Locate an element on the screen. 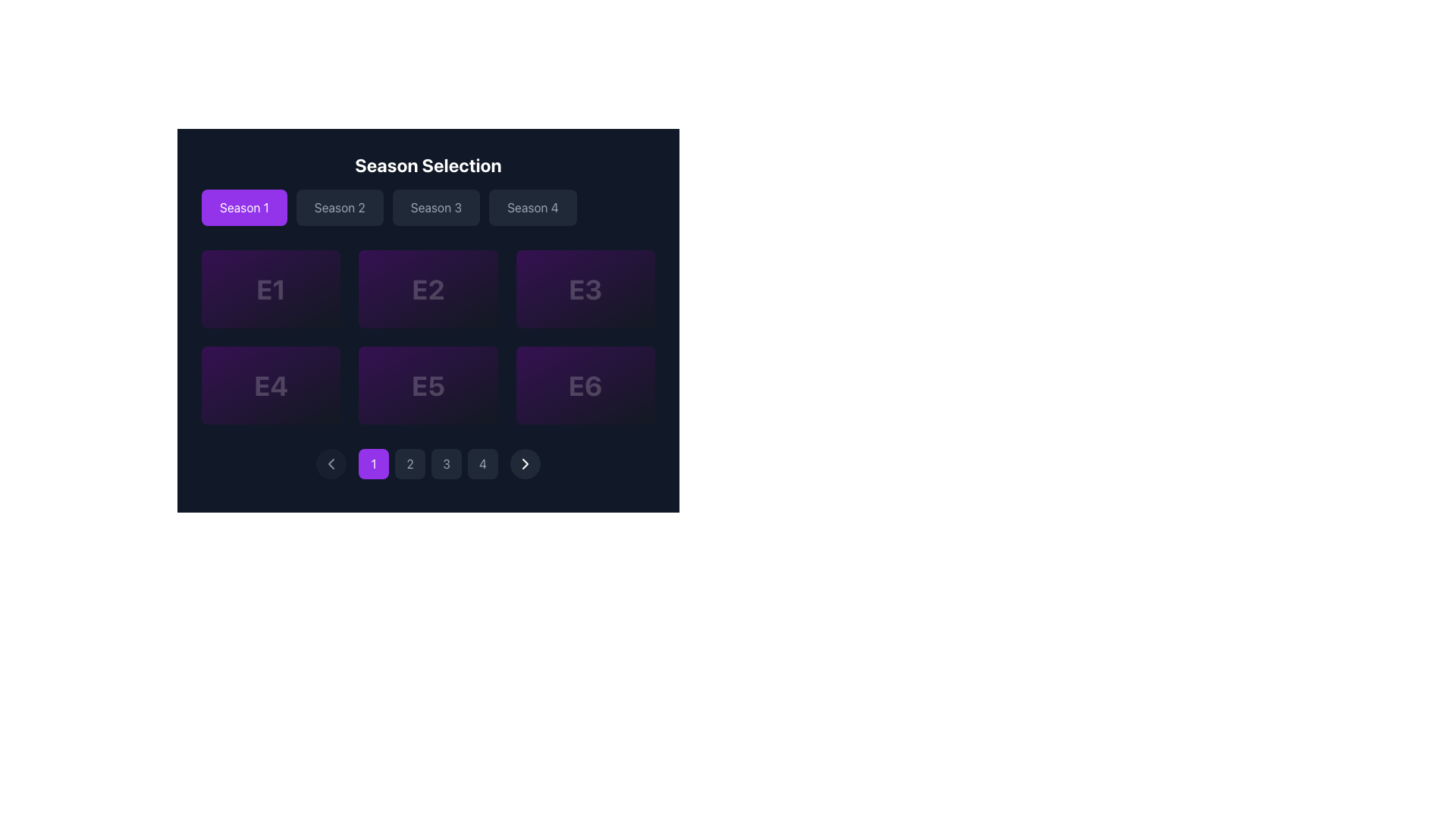  the selectable option labeled 'E3' in the grid layout under 'Season Selection' is located at coordinates (585, 289).